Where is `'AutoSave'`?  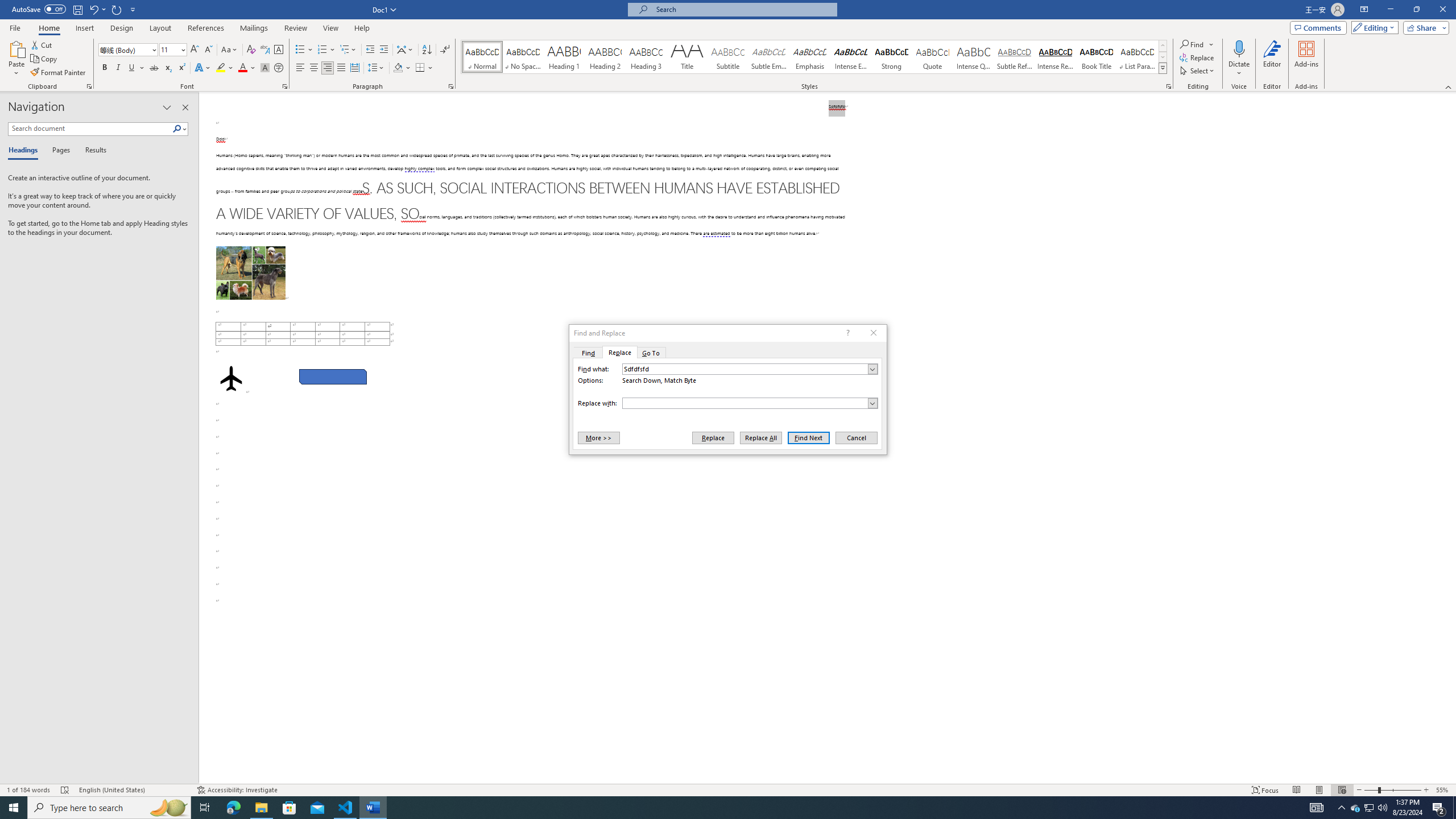 'AutoSave' is located at coordinates (39, 9).